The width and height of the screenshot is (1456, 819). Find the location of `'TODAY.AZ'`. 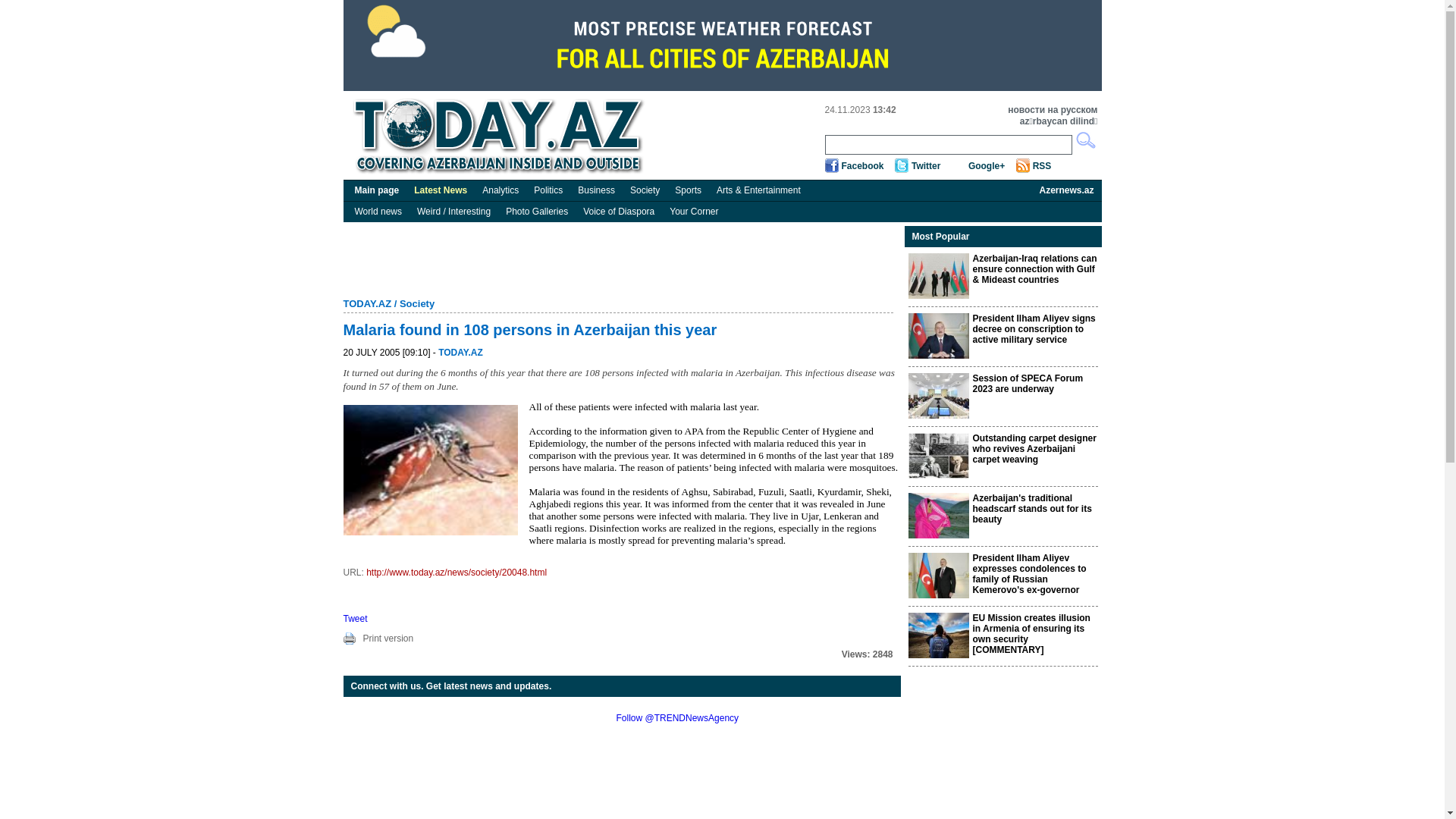

'TODAY.AZ' is located at coordinates (341, 303).